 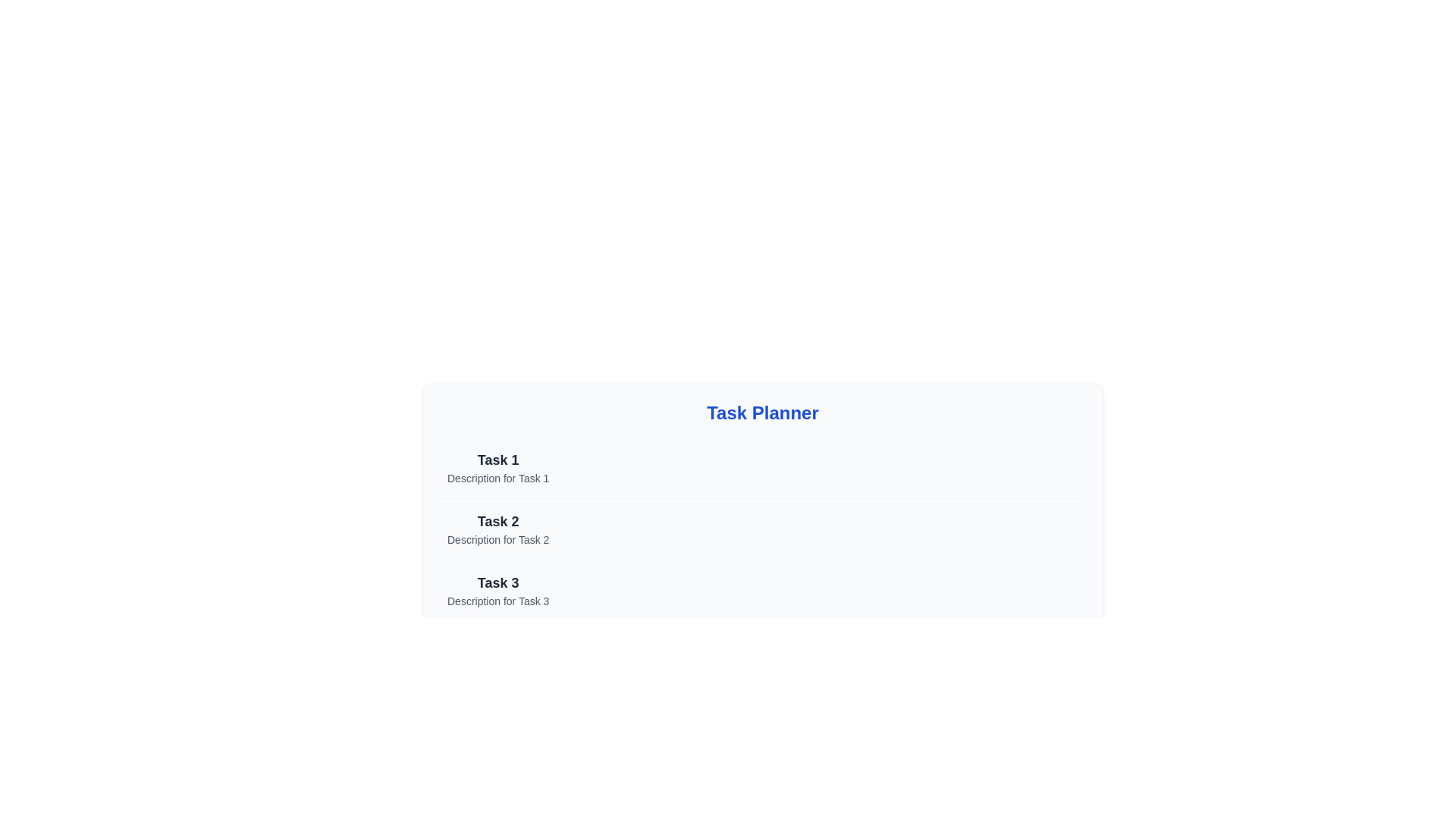 I want to click on the Text block representing a task entry, located between 'Task 1' and 'Task 3' in the task planner interface, so click(x=498, y=529).